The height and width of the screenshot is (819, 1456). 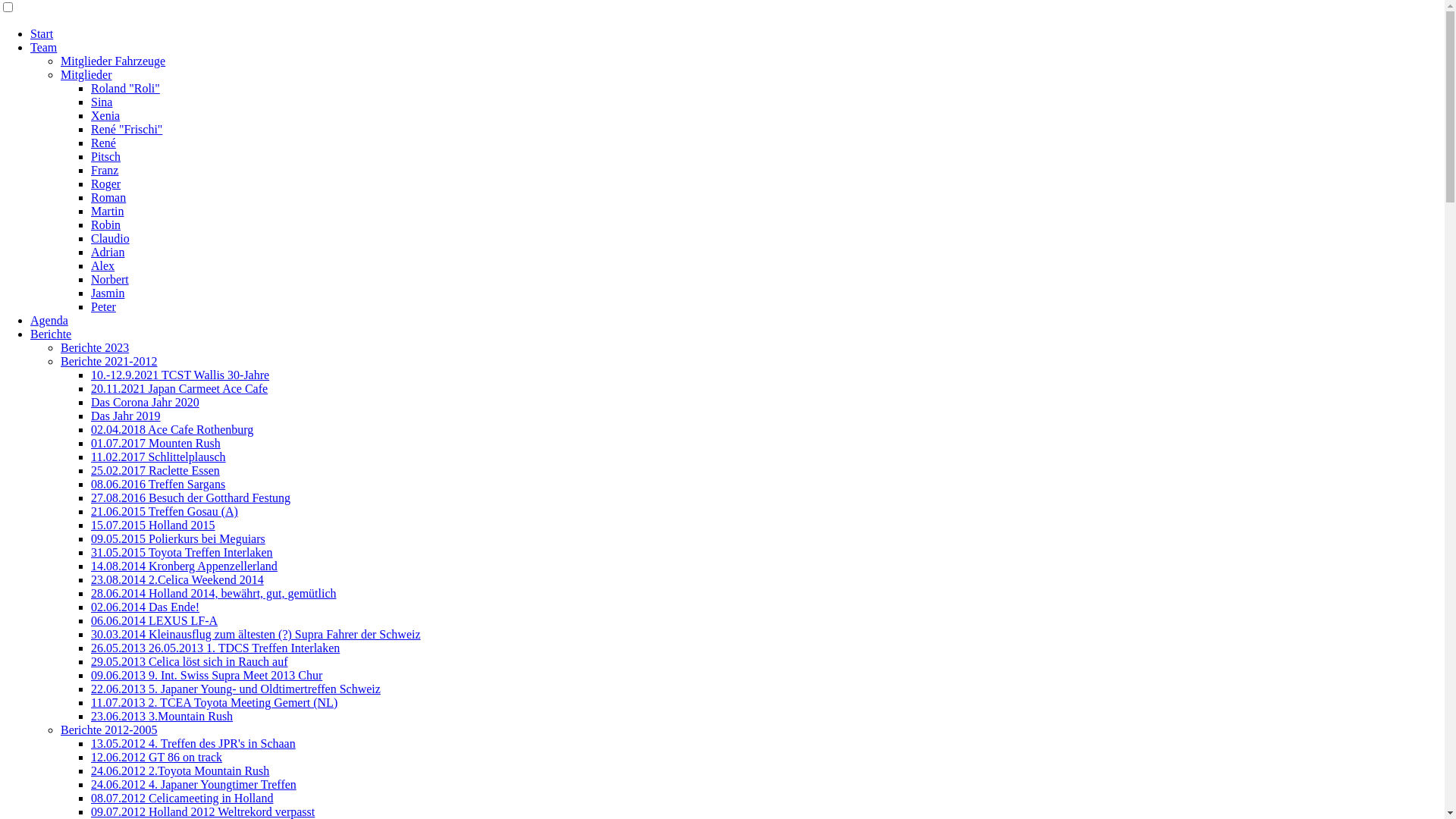 What do you see at coordinates (178, 538) in the screenshot?
I see `'09.05.2015 Polierkurs bei Meguiars'` at bounding box center [178, 538].